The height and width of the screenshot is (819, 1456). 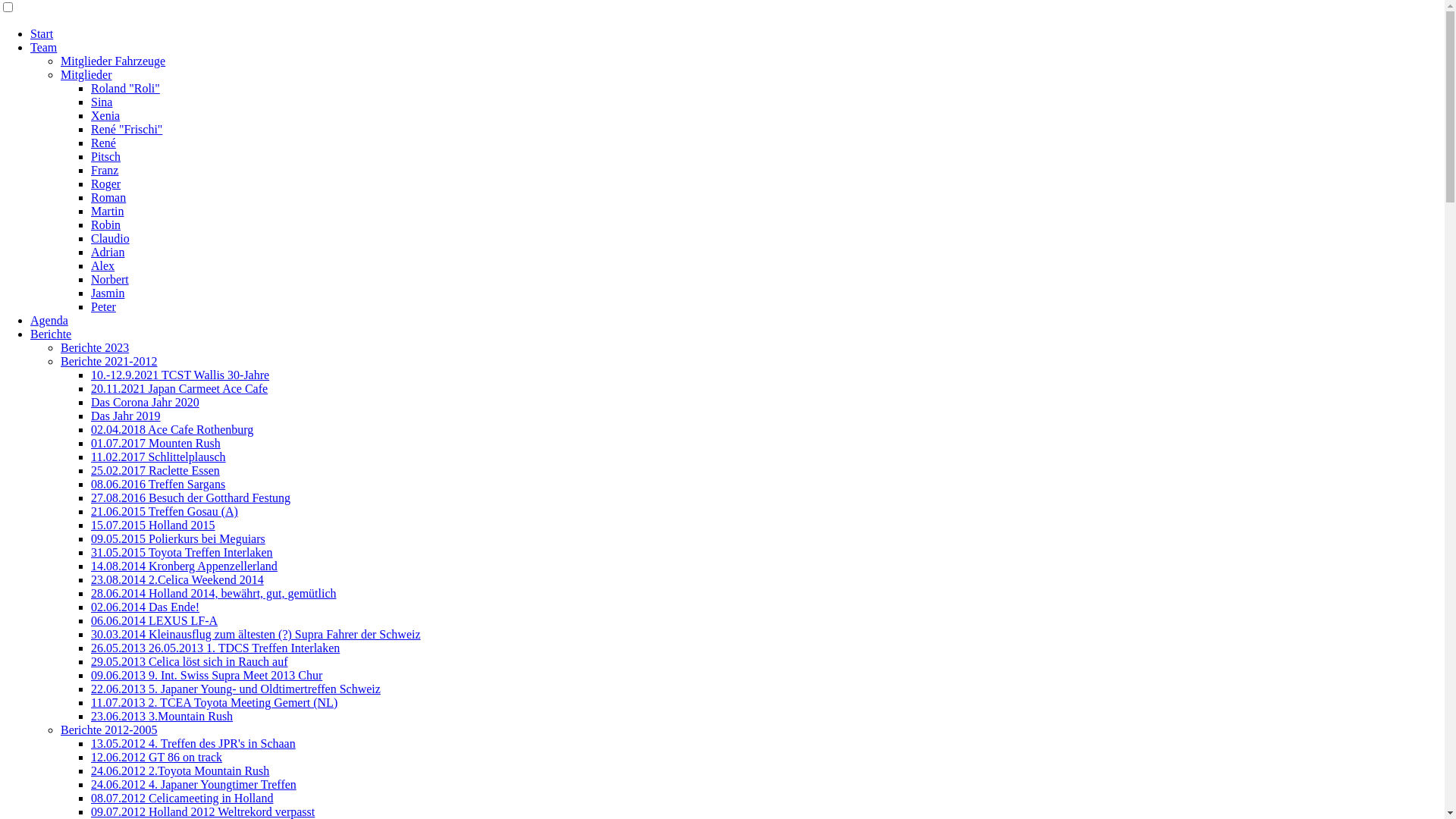 What do you see at coordinates (178, 538) in the screenshot?
I see `'09.05.2015 Polierkurs bei Meguiars'` at bounding box center [178, 538].